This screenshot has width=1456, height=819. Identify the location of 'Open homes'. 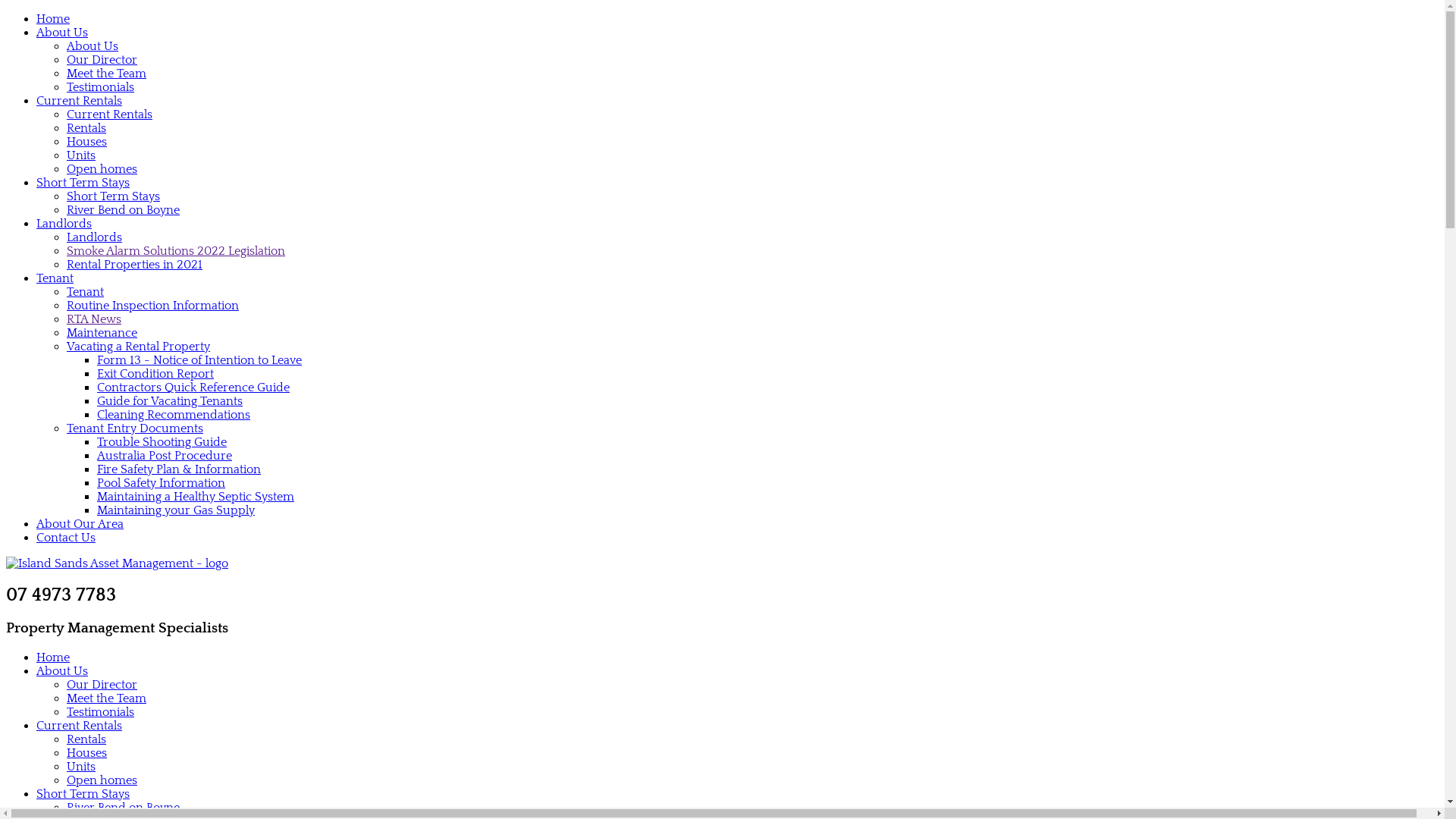
(65, 169).